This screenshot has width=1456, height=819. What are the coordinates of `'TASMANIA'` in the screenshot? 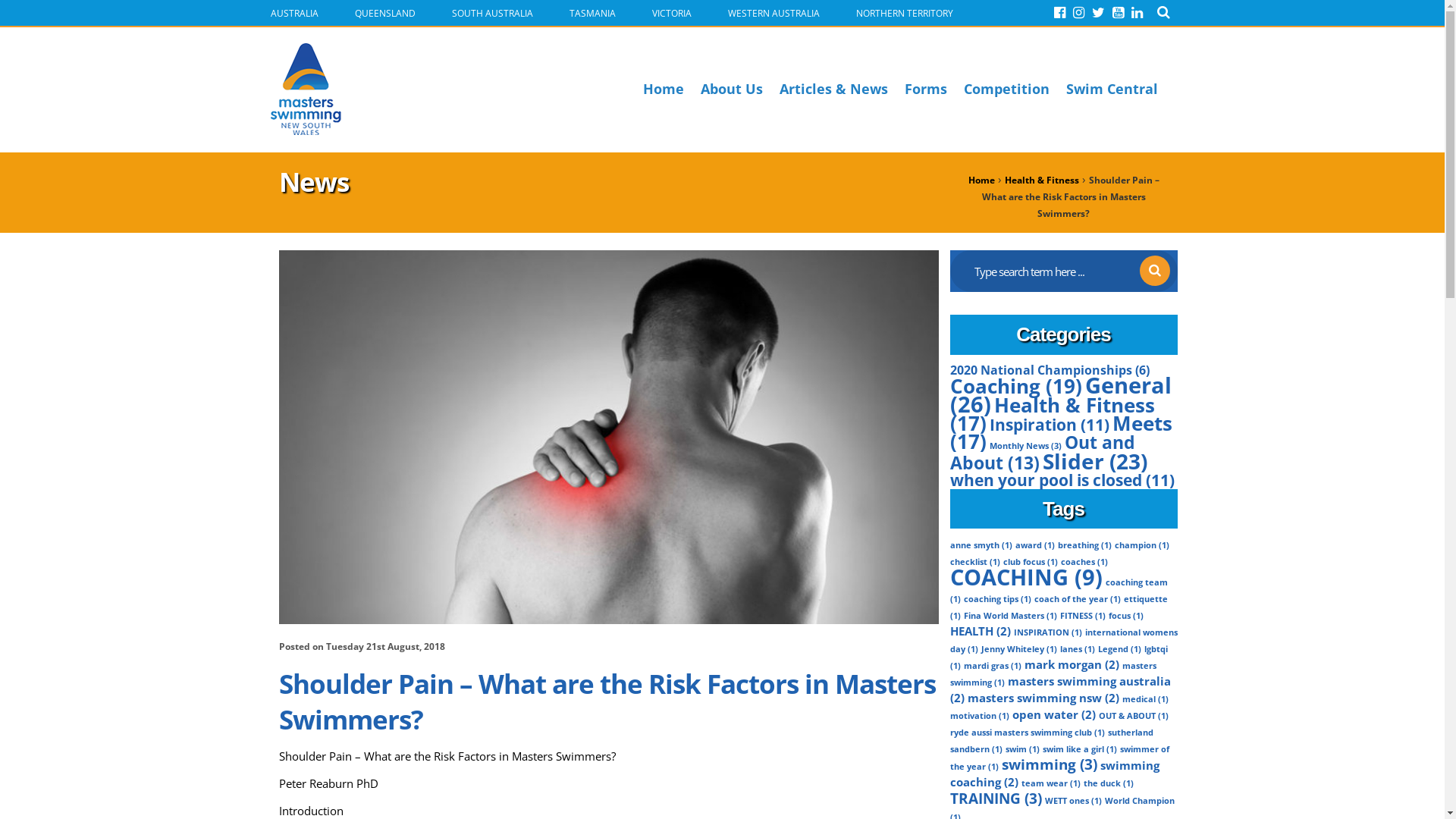 It's located at (589, 11).